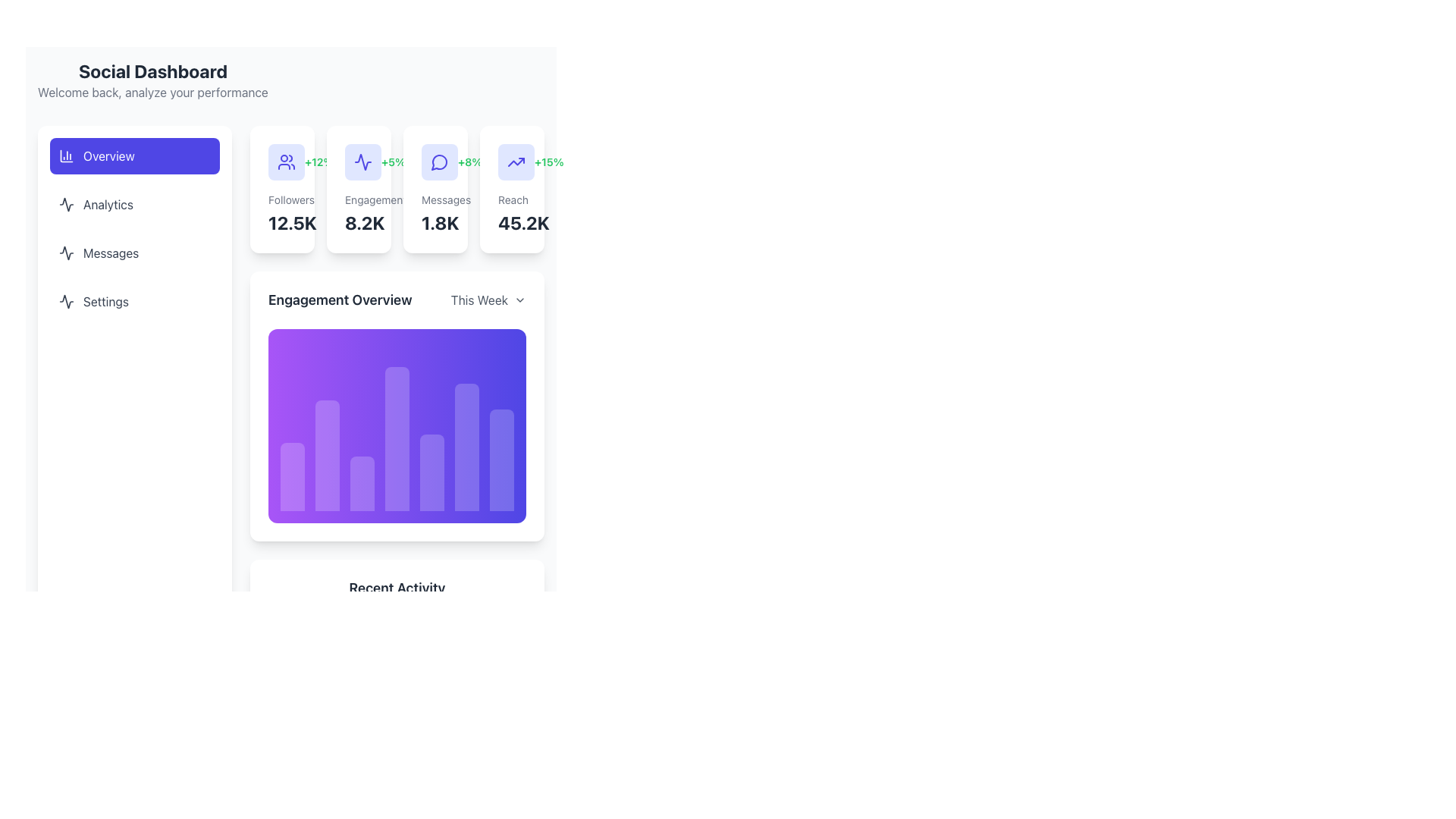 The image size is (1456, 819). Describe the element at coordinates (292, 475) in the screenshot. I see `the first graphical bar in the 'Engagement Overview' chart, which visually represents a data value and is positioned to the far left within the chart` at that location.